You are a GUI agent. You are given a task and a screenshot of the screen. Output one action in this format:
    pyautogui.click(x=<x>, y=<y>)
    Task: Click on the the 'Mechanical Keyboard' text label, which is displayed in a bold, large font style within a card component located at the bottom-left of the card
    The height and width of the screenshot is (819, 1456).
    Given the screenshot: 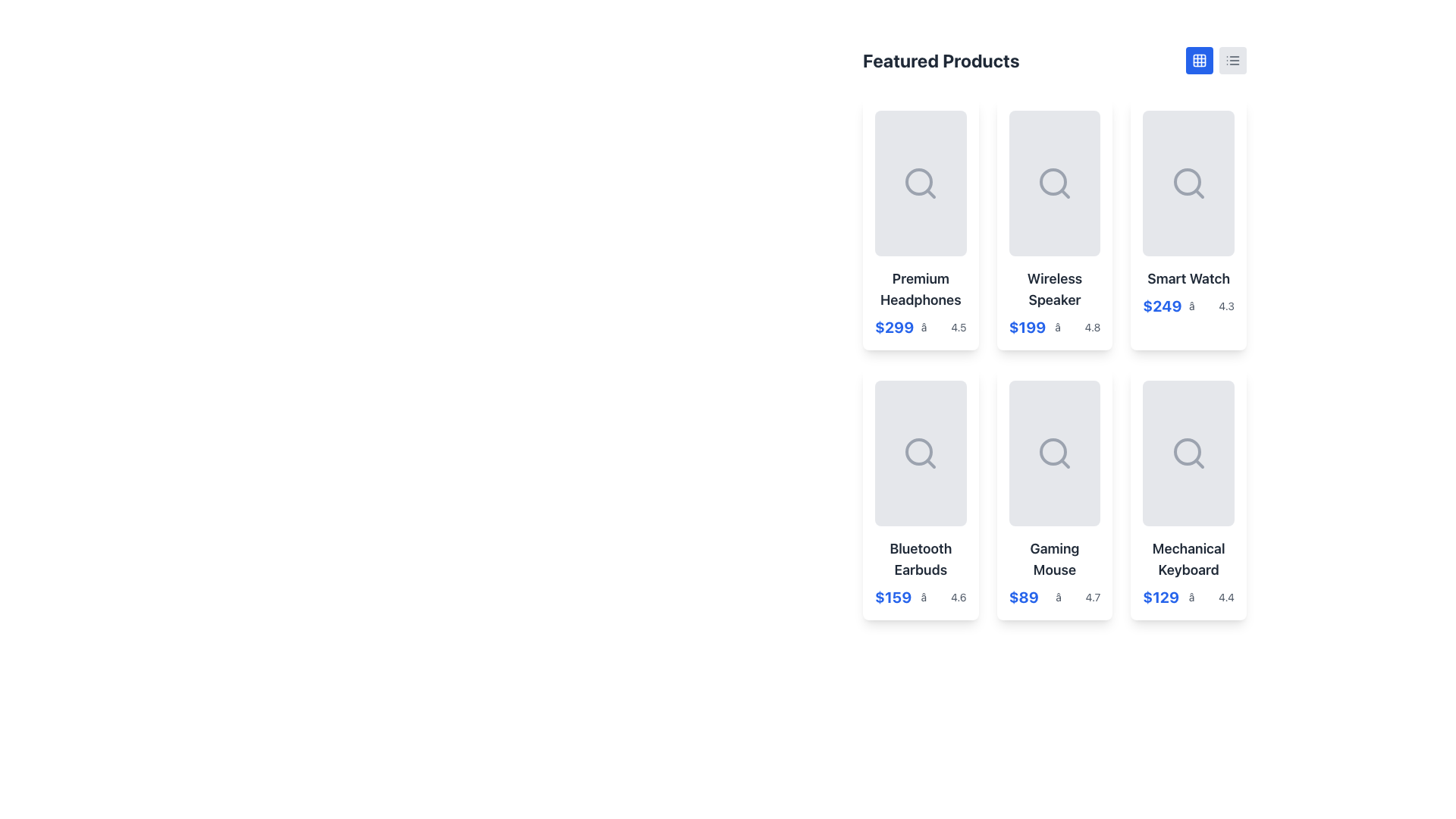 What is the action you would take?
    pyautogui.click(x=1188, y=559)
    